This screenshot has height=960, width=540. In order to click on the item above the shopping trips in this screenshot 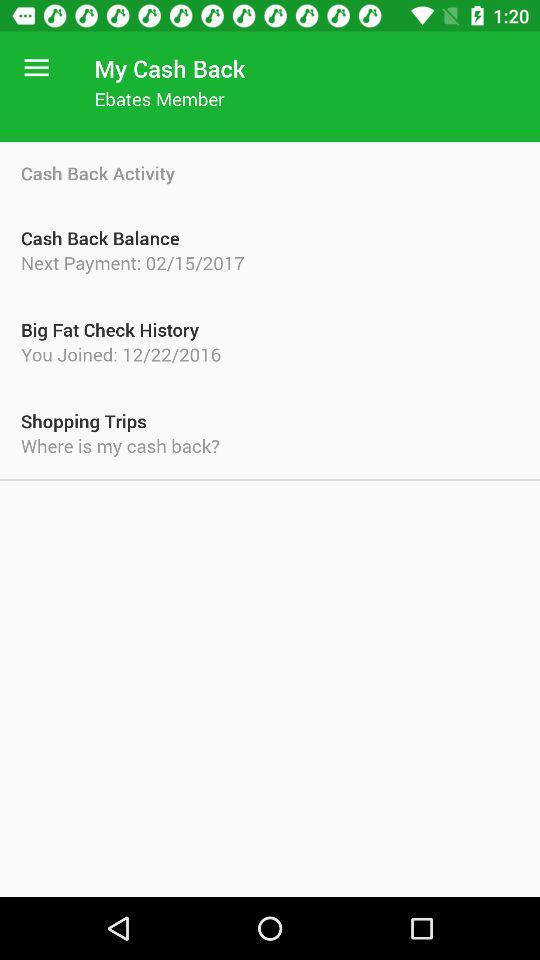, I will do `click(270, 354)`.